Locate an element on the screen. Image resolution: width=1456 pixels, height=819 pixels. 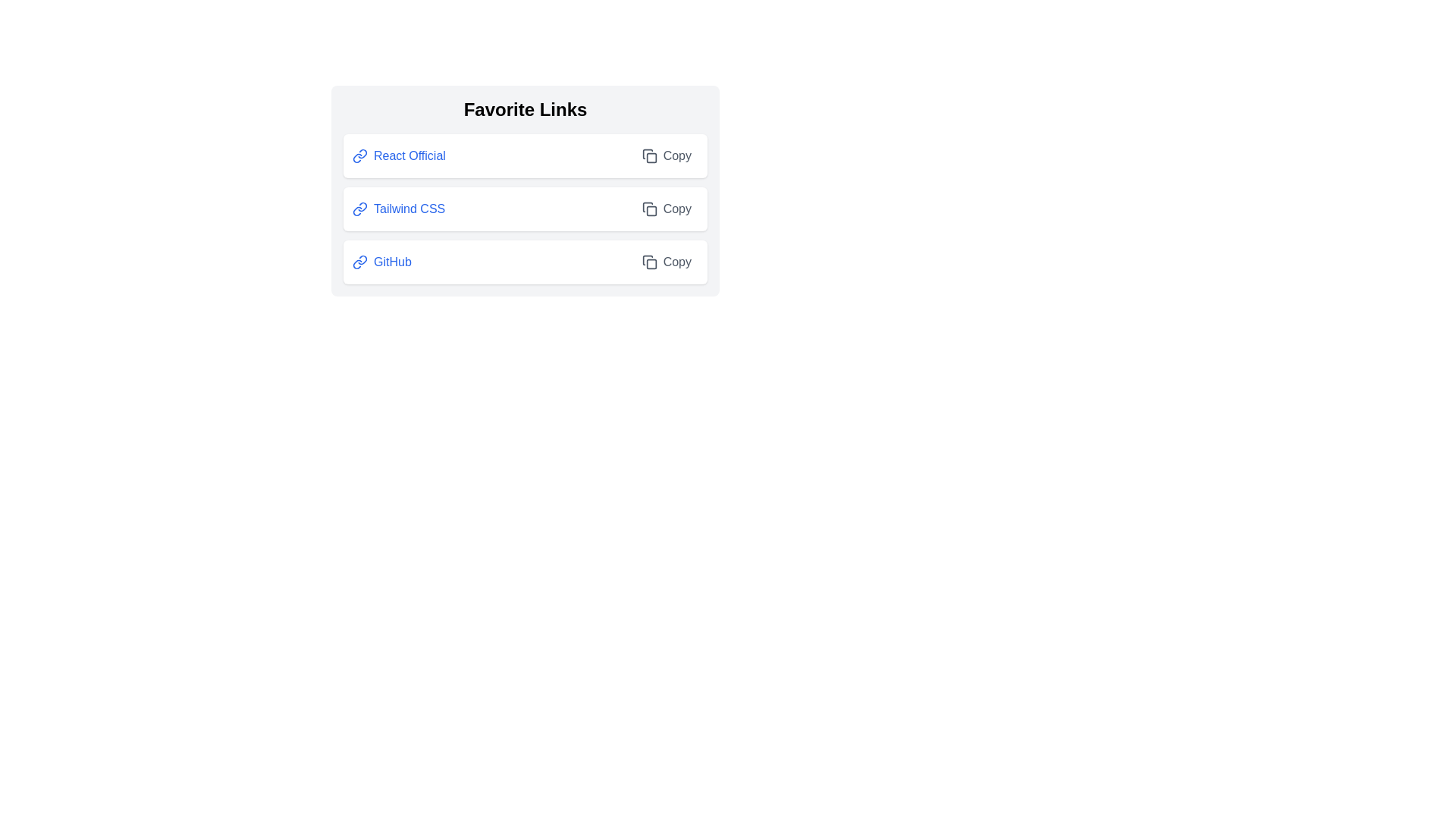
the text link adjacent to the interlocked chains icon in the 'React Official' item of the 'Favorite Links' section is located at coordinates (359, 155).